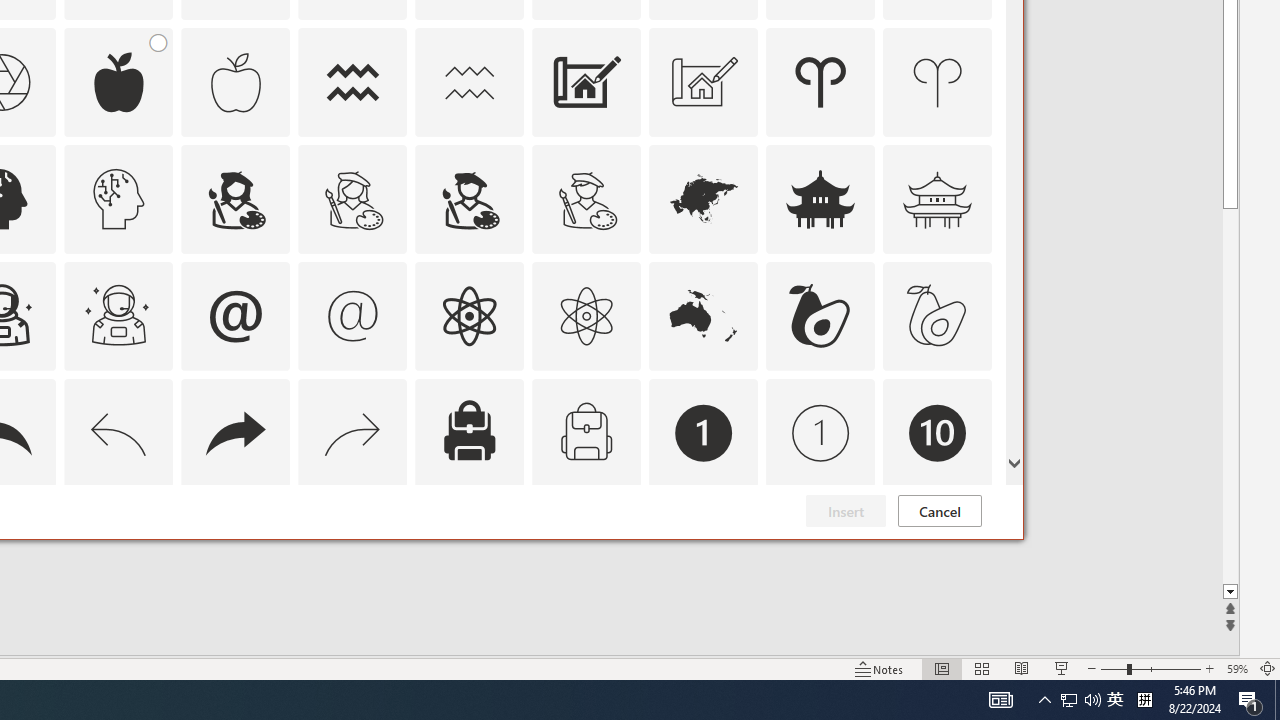 The width and height of the screenshot is (1280, 720). Describe the element at coordinates (468, 431) in the screenshot. I see `'AutomationID: Icons_Backpack'` at that location.